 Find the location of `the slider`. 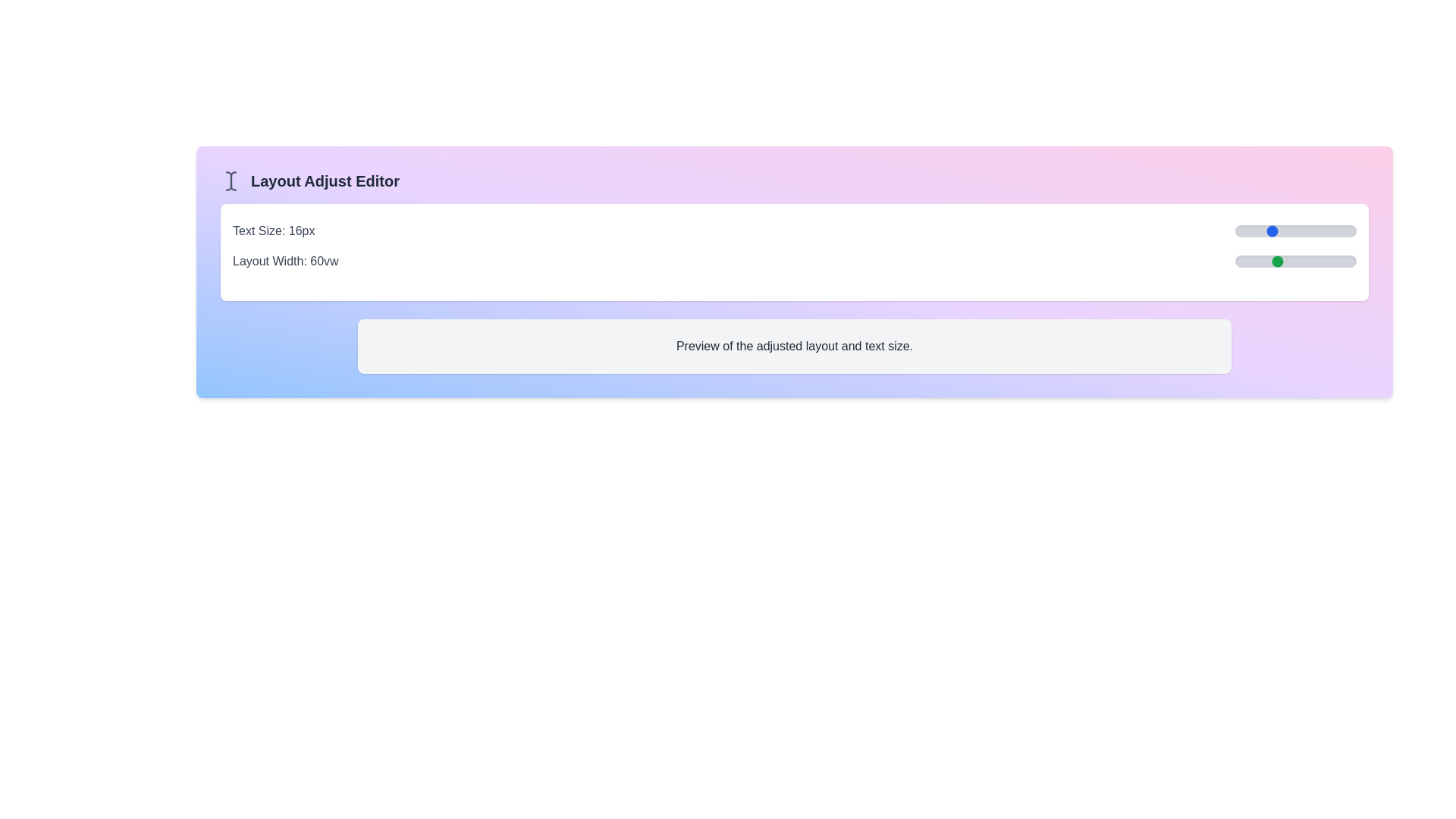

the slider is located at coordinates (1299, 231).